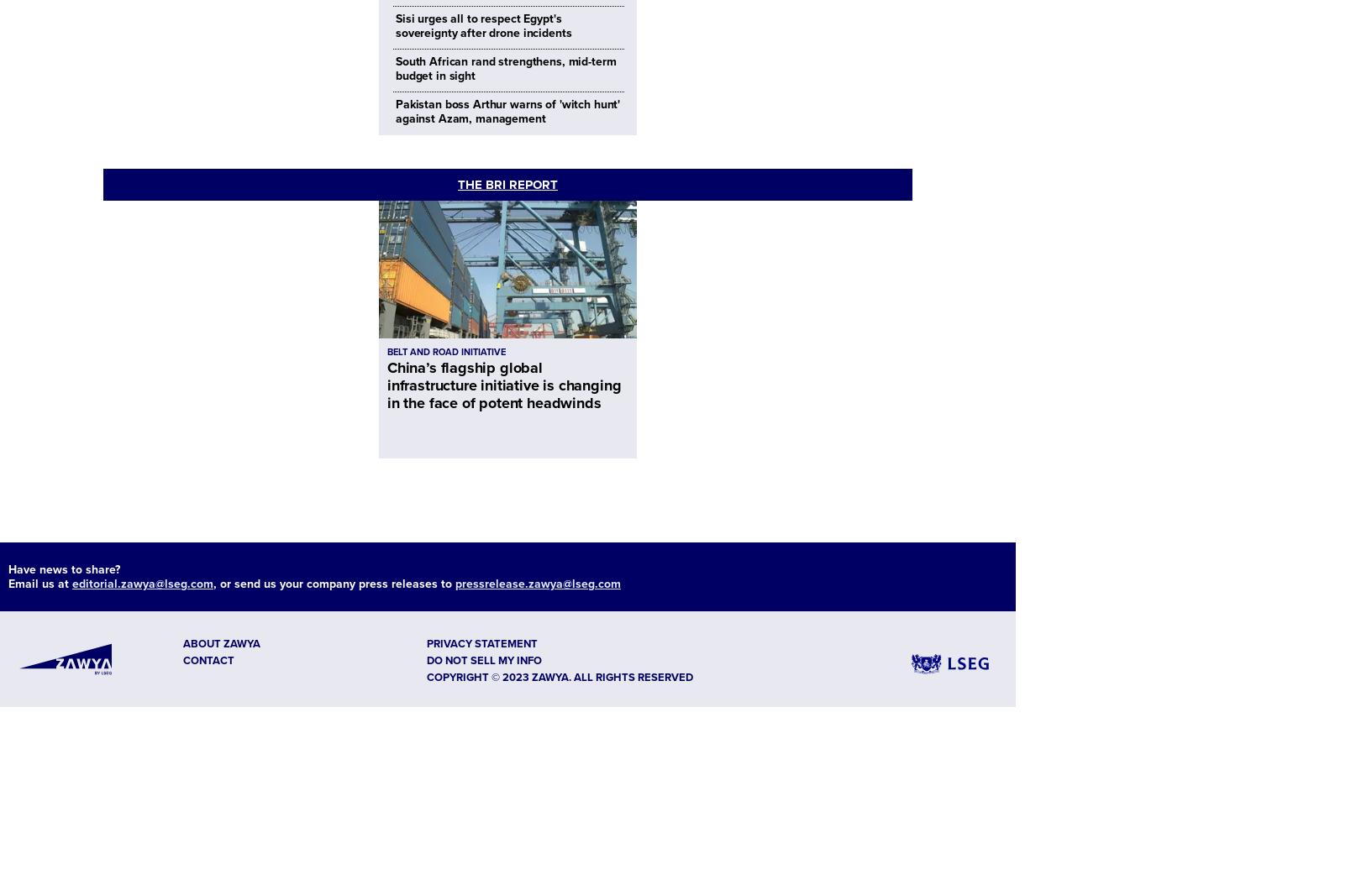  Describe the element at coordinates (142, 583) in the screenshot. I see `'editorial.zawya@lseg.com'` at that location.